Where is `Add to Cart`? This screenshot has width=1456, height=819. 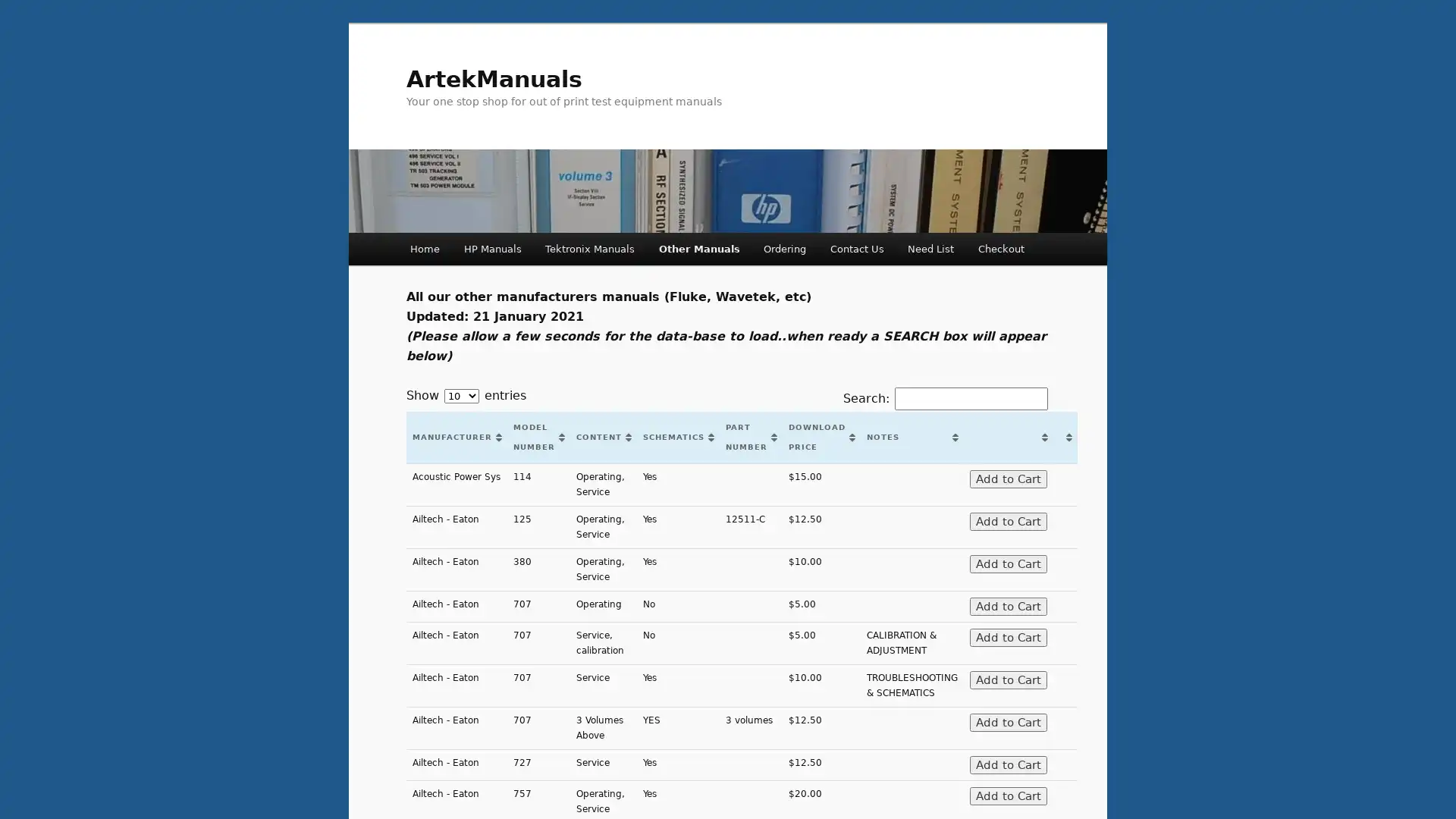
Add to Cart is located at coordinates (1008, 795).